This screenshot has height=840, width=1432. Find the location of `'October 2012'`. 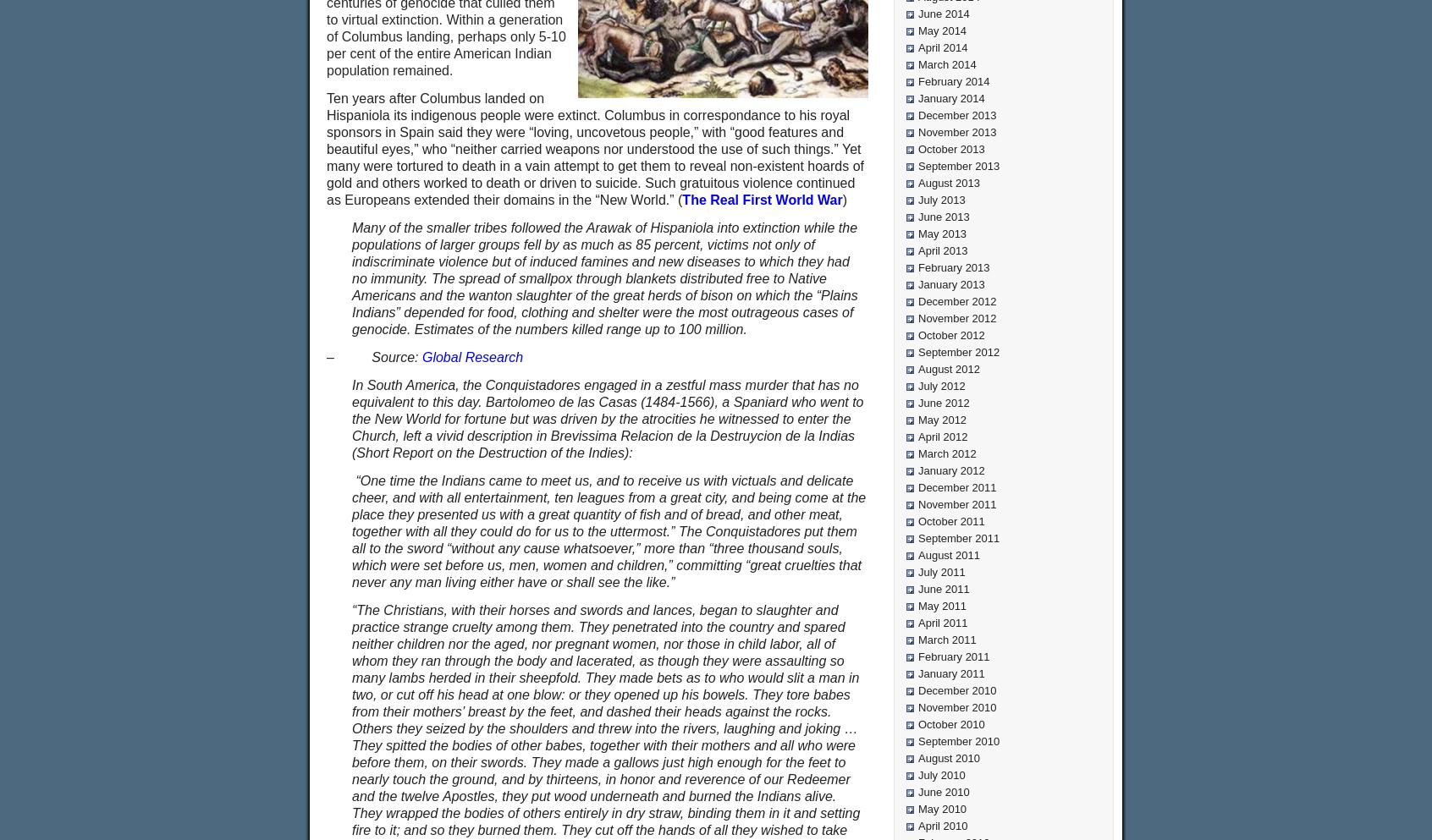

'October 2012' is located at coordinates (950, 334).